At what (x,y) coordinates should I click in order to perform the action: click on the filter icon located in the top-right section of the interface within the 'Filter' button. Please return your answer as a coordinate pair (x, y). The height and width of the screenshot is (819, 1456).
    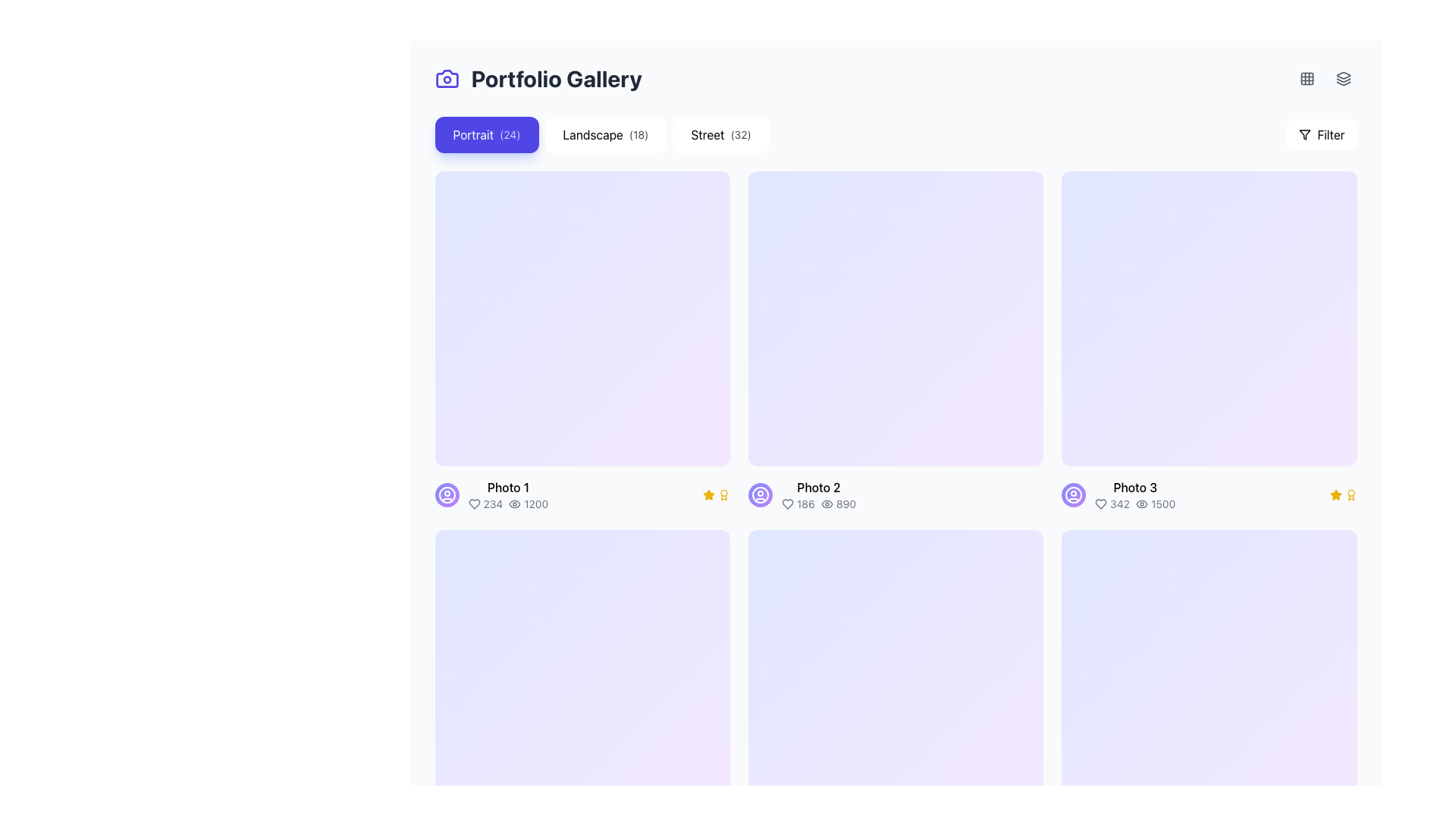
    Looking at the image, I should click on (1304, 133).